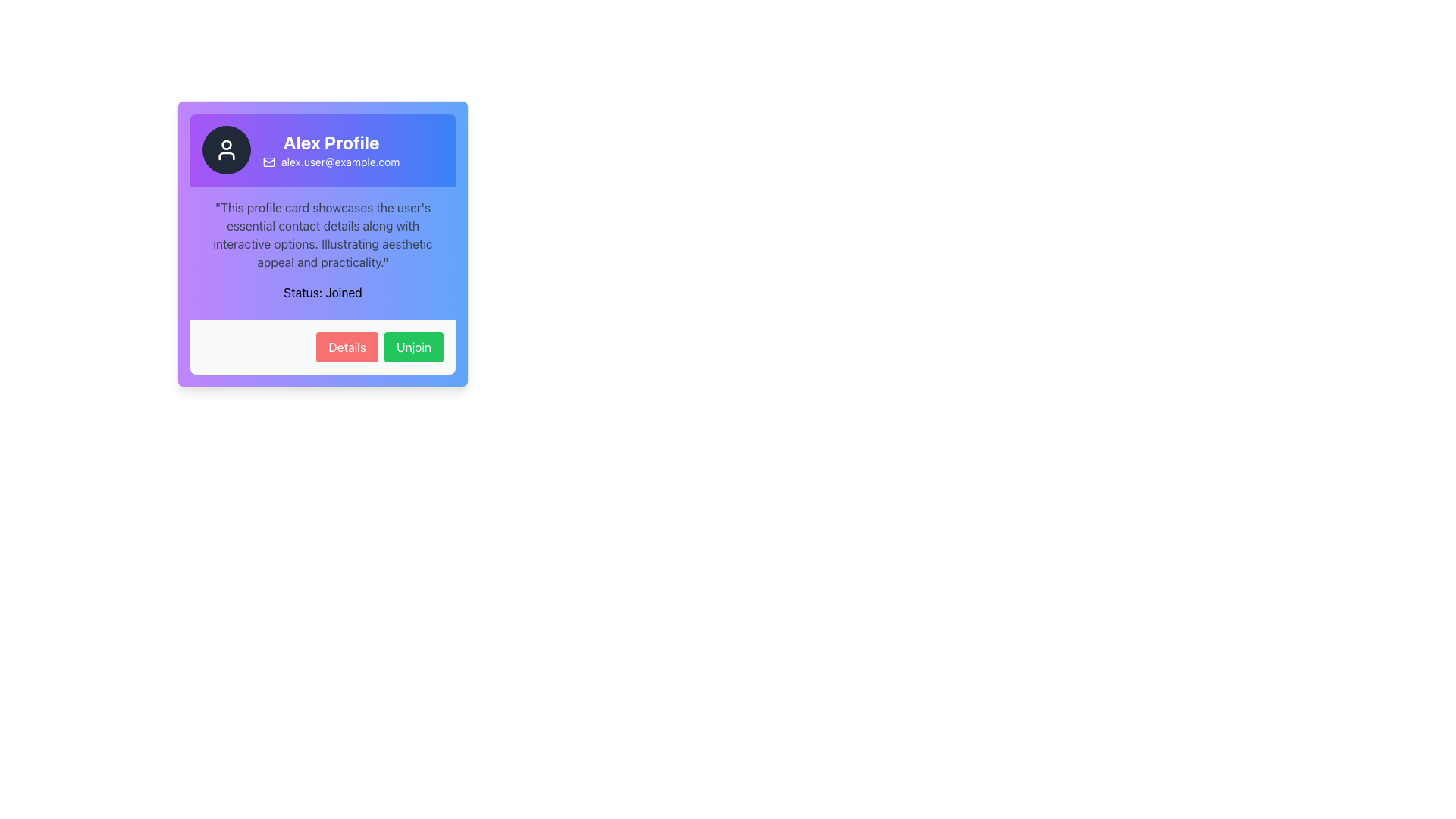 Image resolution: width=1456 pixels, height=819 pixels. What do you see at coordinates (322, 292) in the screenshot?
I see `the status indicator text label that displays 'Joined', located centrally within the card structure beneath a descriptive paragraph` at bounding box center [322, 292].